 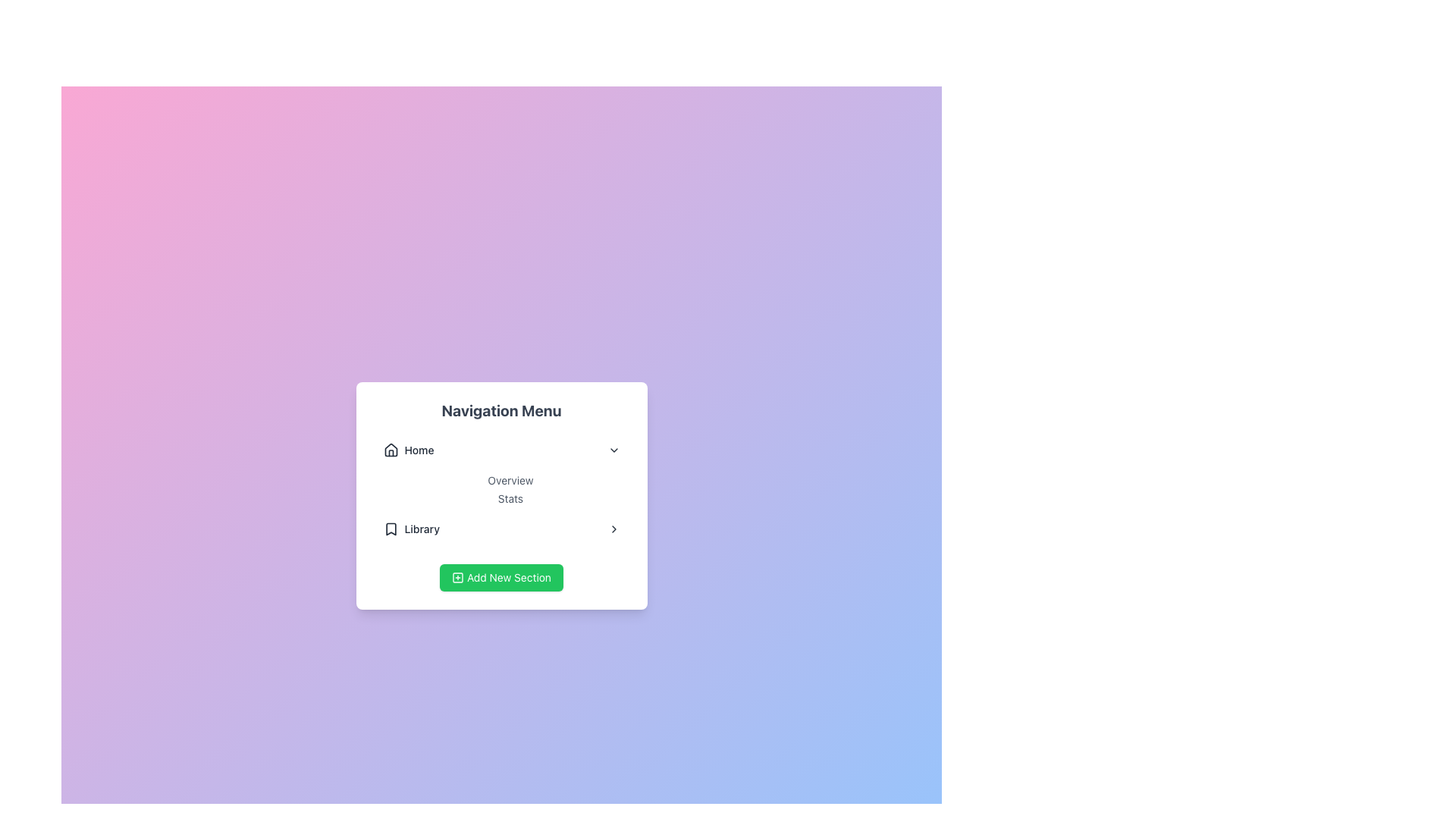 What do you see at coordinates (457, 578) in the screenshot?
I see `the small, box-shaped icon that is part of the squared plus icon within the green button labeled 'Add New Section'` at bounding box center [457, 578].